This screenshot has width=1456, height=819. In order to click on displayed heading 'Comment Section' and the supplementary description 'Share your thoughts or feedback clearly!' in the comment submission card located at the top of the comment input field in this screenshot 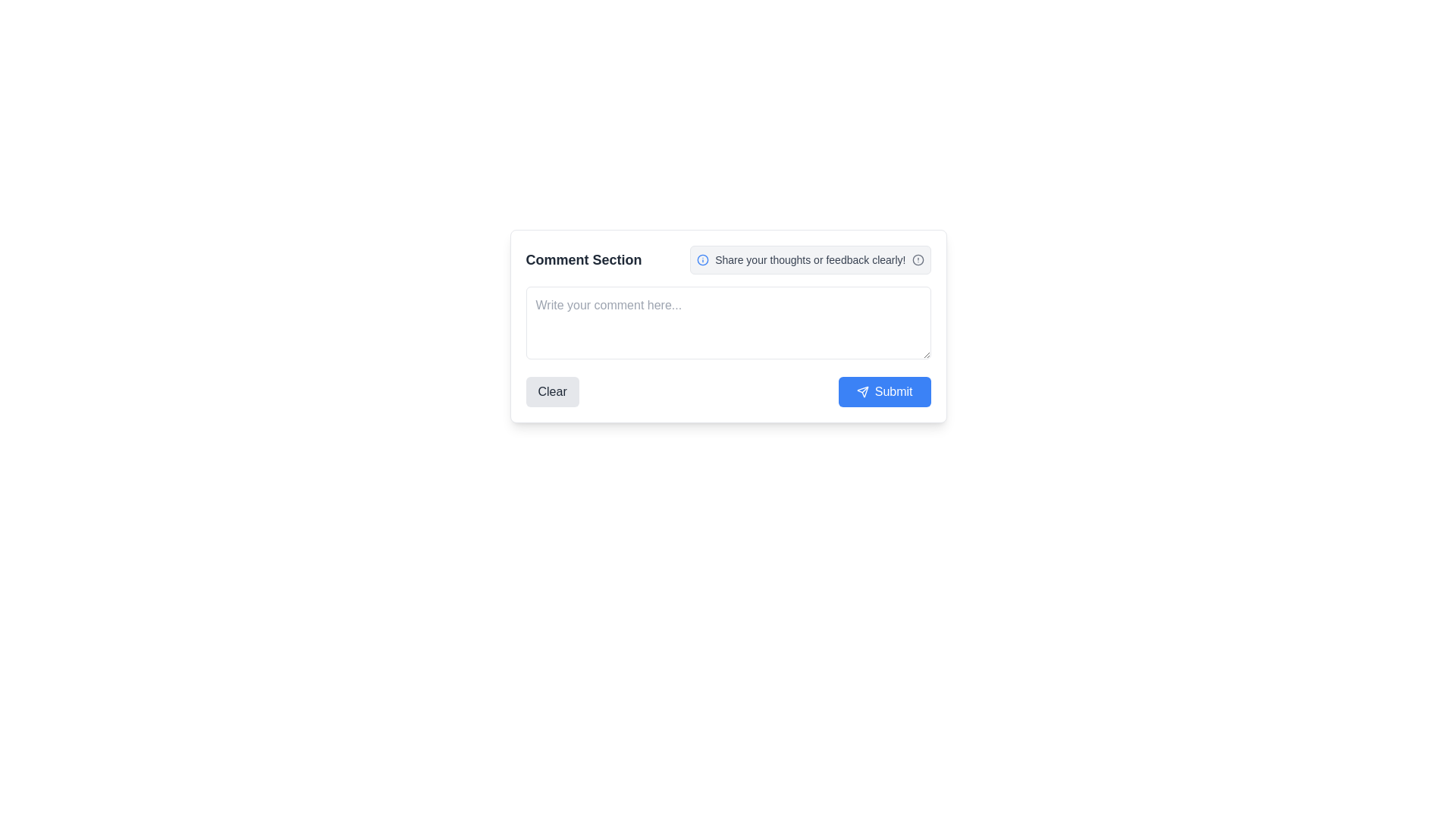, I will do `click(728, 259)`.